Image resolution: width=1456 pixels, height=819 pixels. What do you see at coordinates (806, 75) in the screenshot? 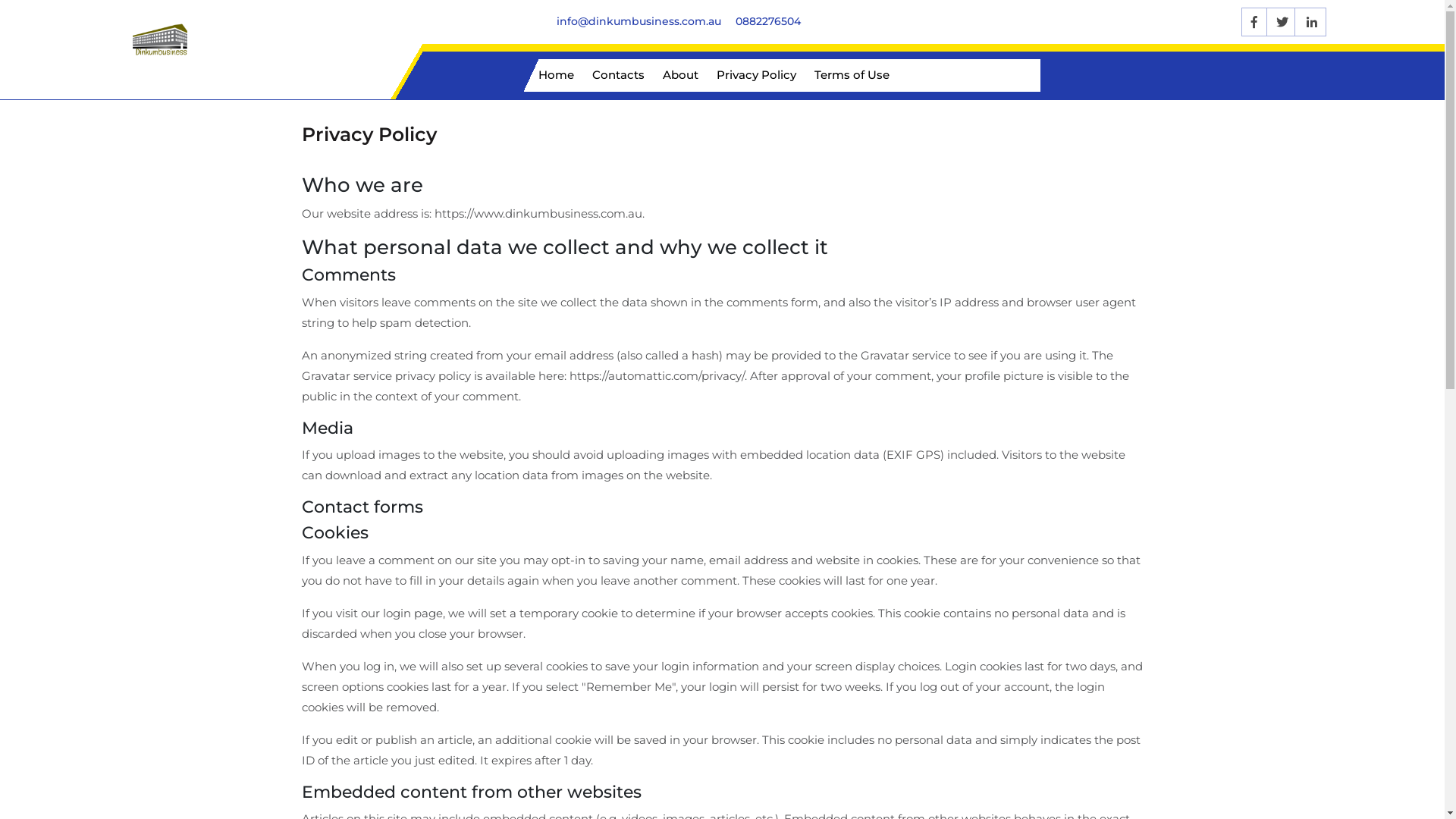
I see `'Terms of Use'` at bounding box center [806, 75].